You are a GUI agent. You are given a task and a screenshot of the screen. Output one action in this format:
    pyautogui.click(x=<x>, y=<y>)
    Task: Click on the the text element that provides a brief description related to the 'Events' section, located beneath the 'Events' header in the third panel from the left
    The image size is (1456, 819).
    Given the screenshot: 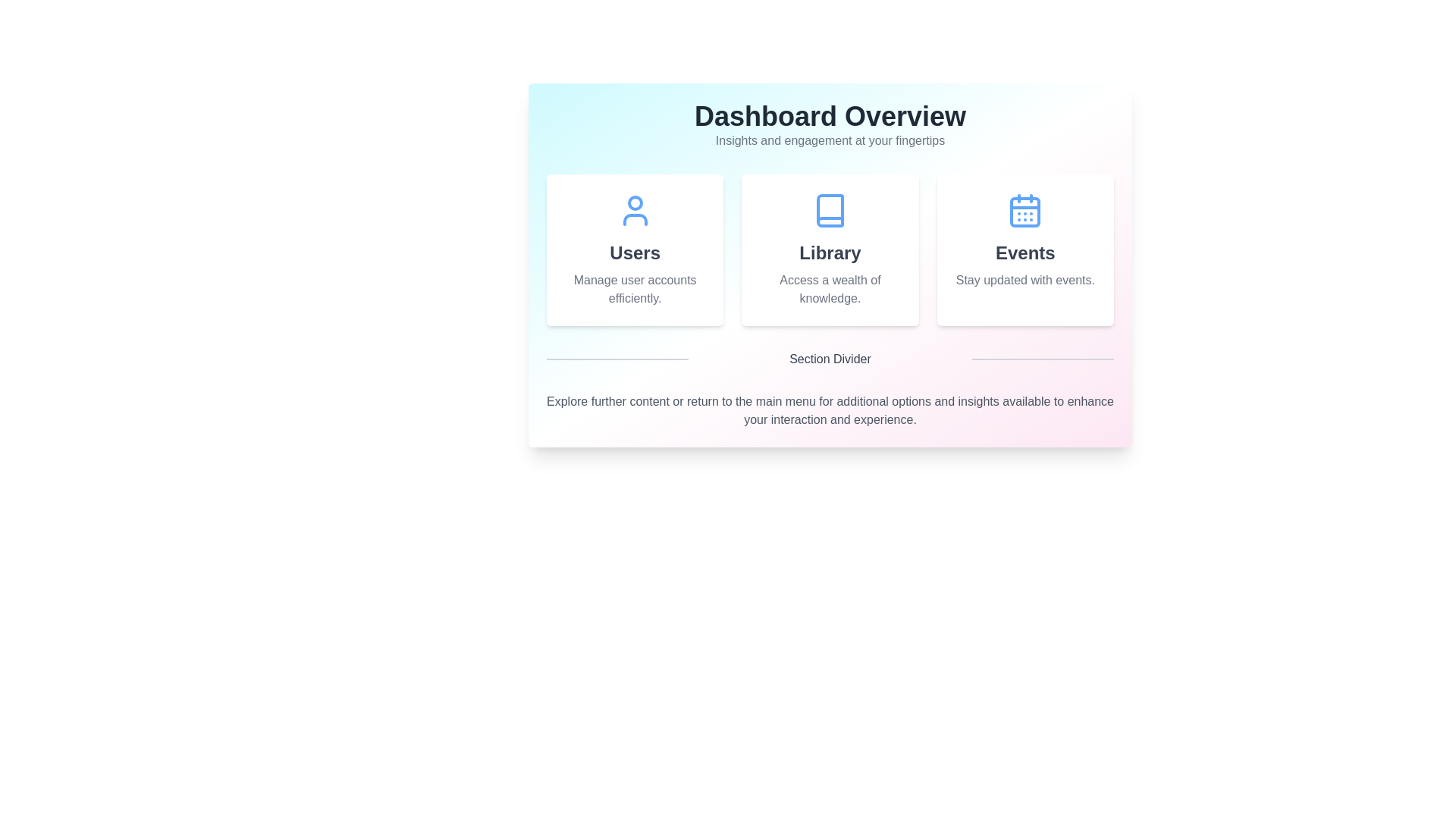 What is the action you would take?
    pyautogui.click(x=1025, y=281)
    